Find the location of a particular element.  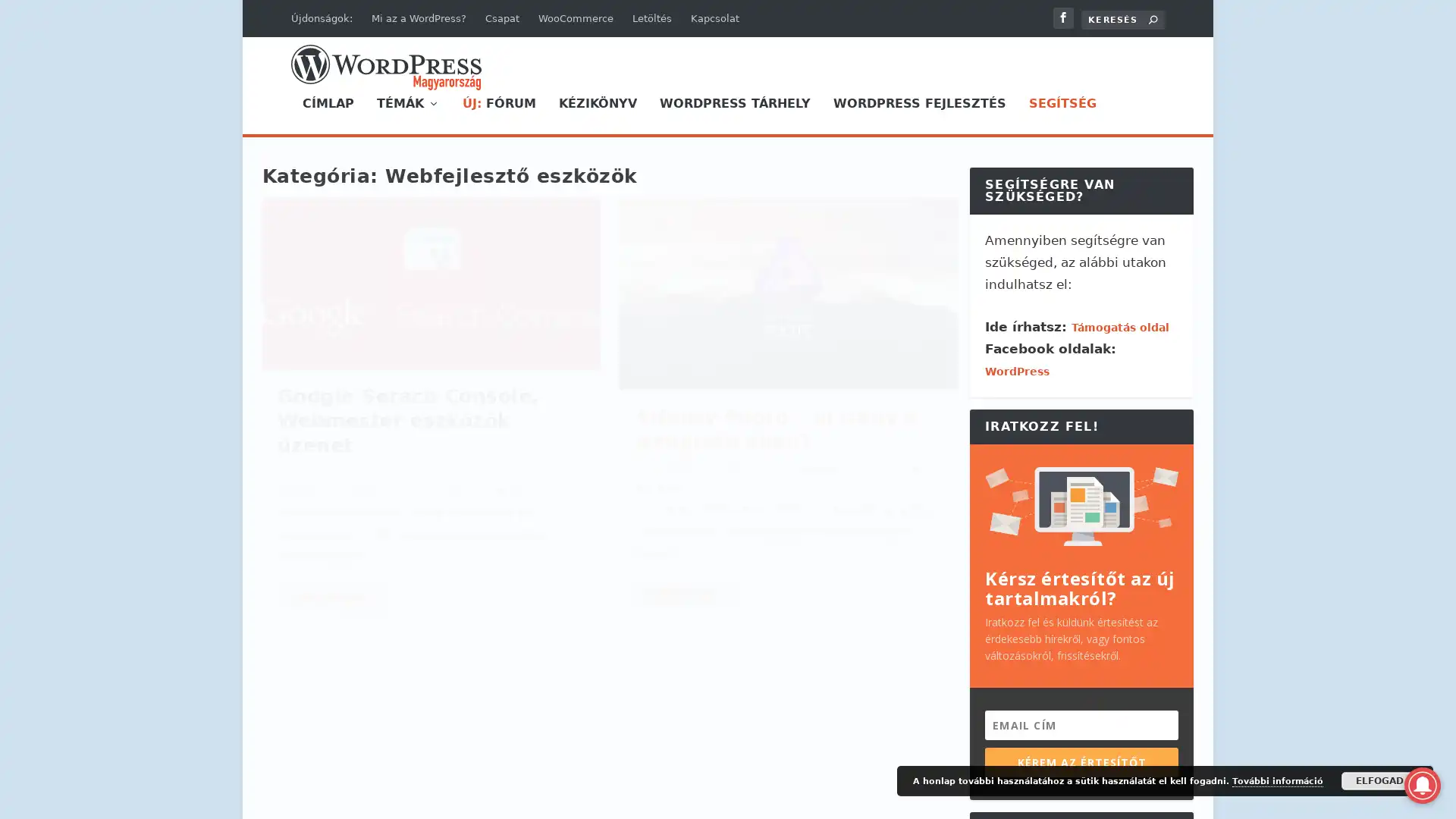

ELFOGAD is located at coordinates (1379, 780).